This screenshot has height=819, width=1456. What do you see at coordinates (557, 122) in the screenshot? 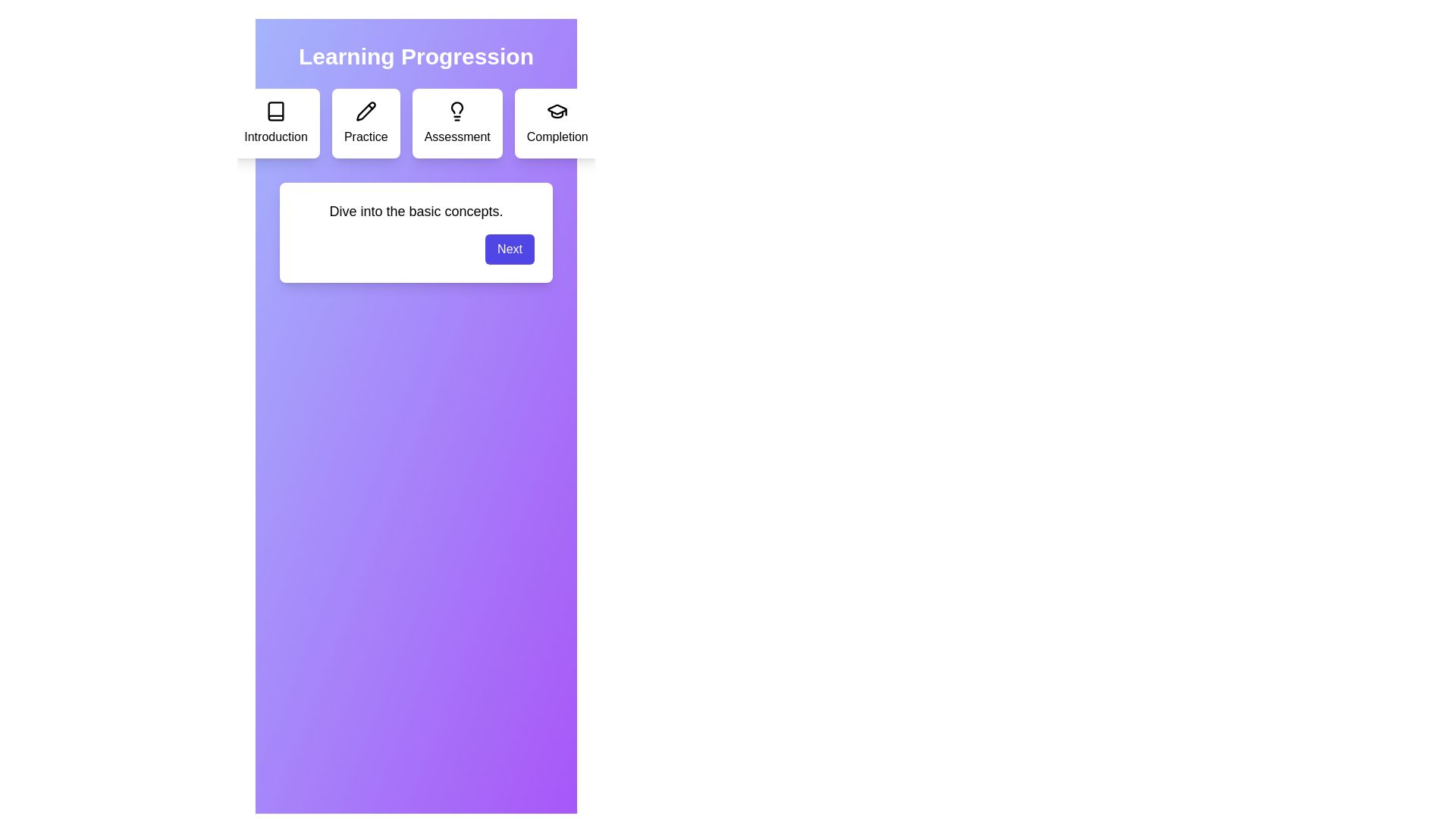
I see `the step Completion in the learning path` at bounding box center [557, 122].